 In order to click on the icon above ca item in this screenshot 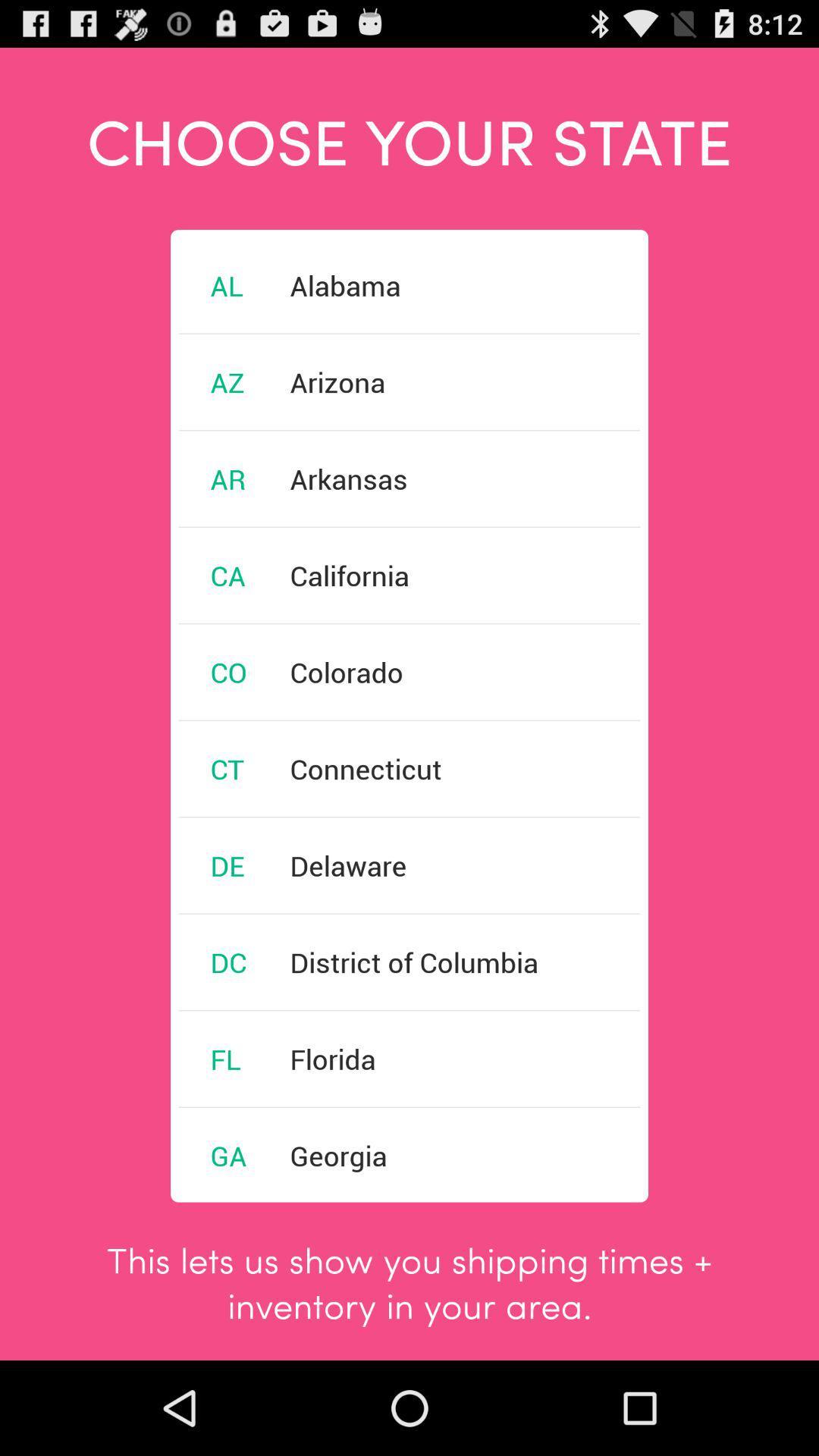, I will do `click(227, 478)`.